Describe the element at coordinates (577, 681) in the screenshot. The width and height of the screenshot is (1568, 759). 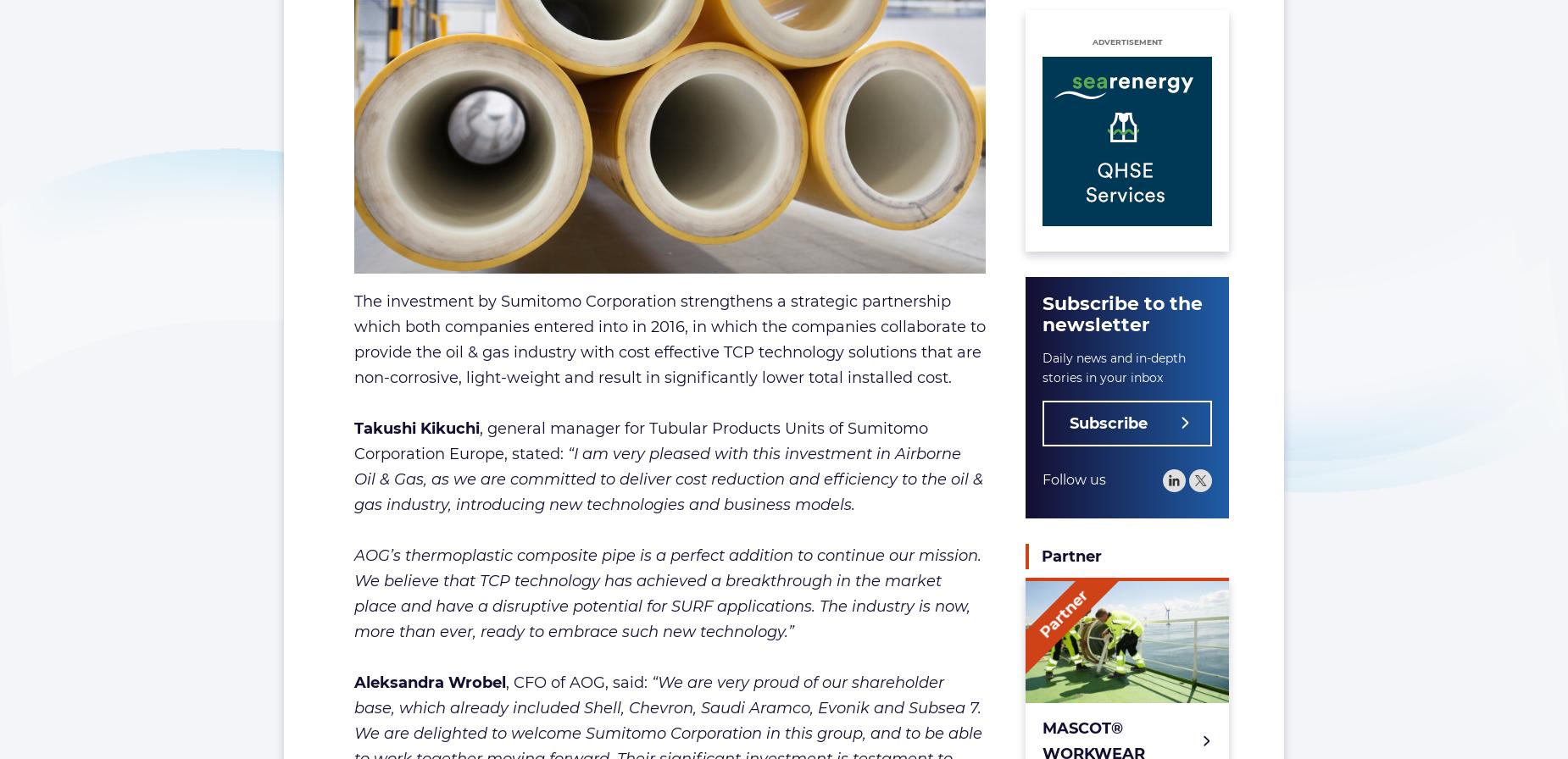
I see `', CFO of AOG, said:'` at that location.